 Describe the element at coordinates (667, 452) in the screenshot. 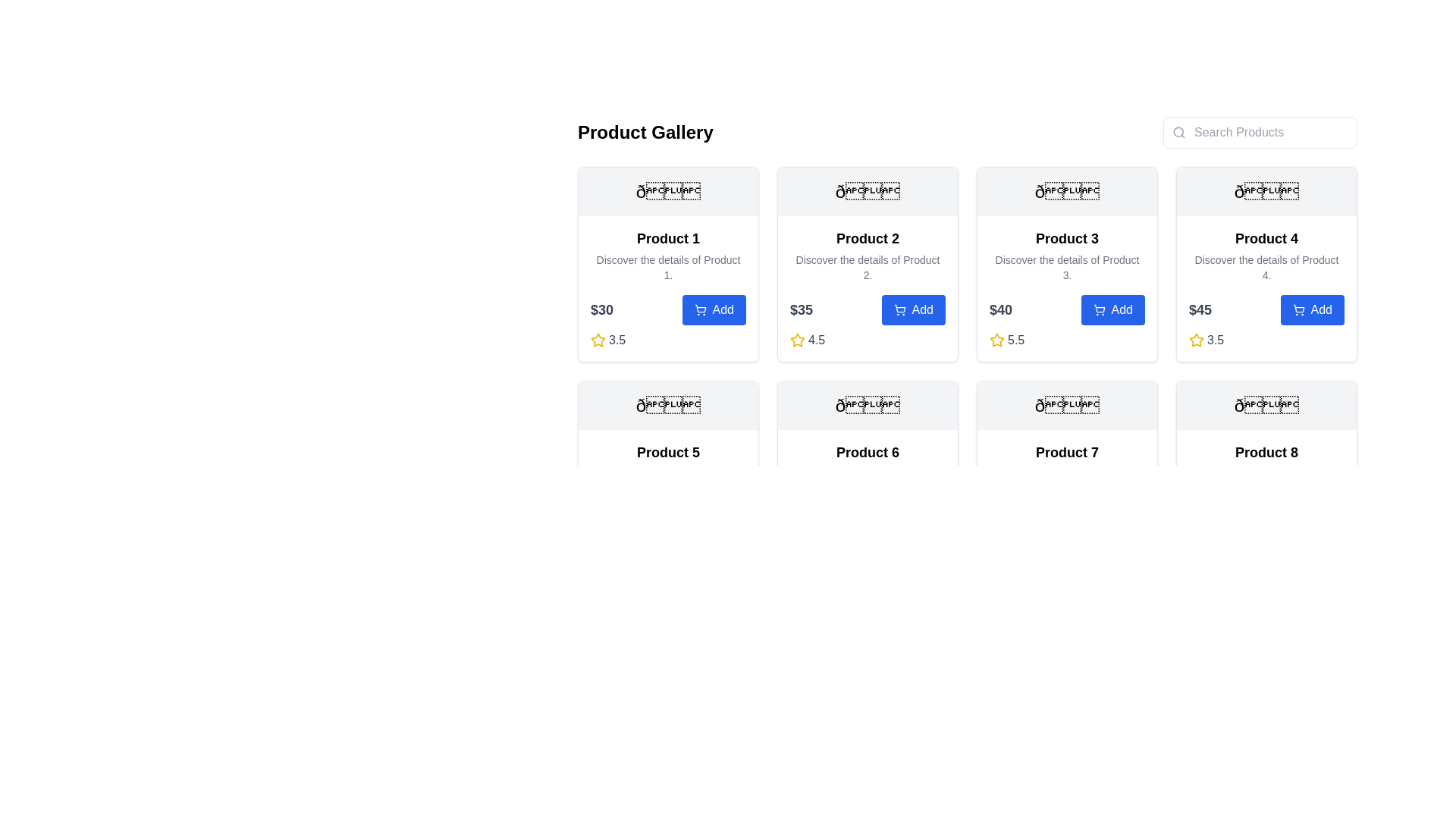

I see `the text label 'Product 5' which is styled in bold and enlarged font located in the second row, first column of the product grid` at that location.